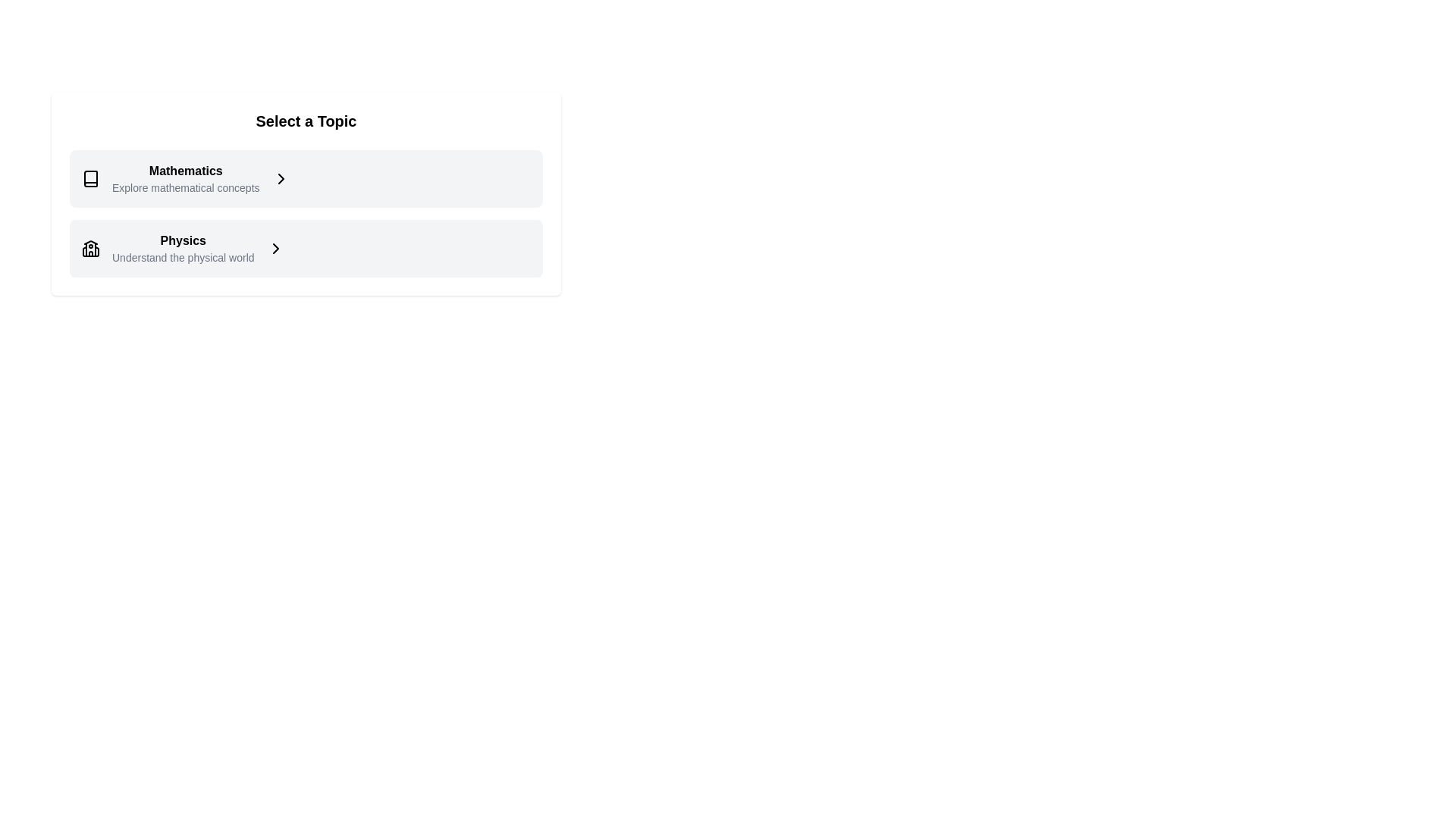 The width and height of the screenshot is (1456, 819). Describe the element at coordinates (305, 213) in the screenshot. I see `the selection area for topics, which includes 'Mathematics' and 'Physics', to potentially open a context menu` at that location.